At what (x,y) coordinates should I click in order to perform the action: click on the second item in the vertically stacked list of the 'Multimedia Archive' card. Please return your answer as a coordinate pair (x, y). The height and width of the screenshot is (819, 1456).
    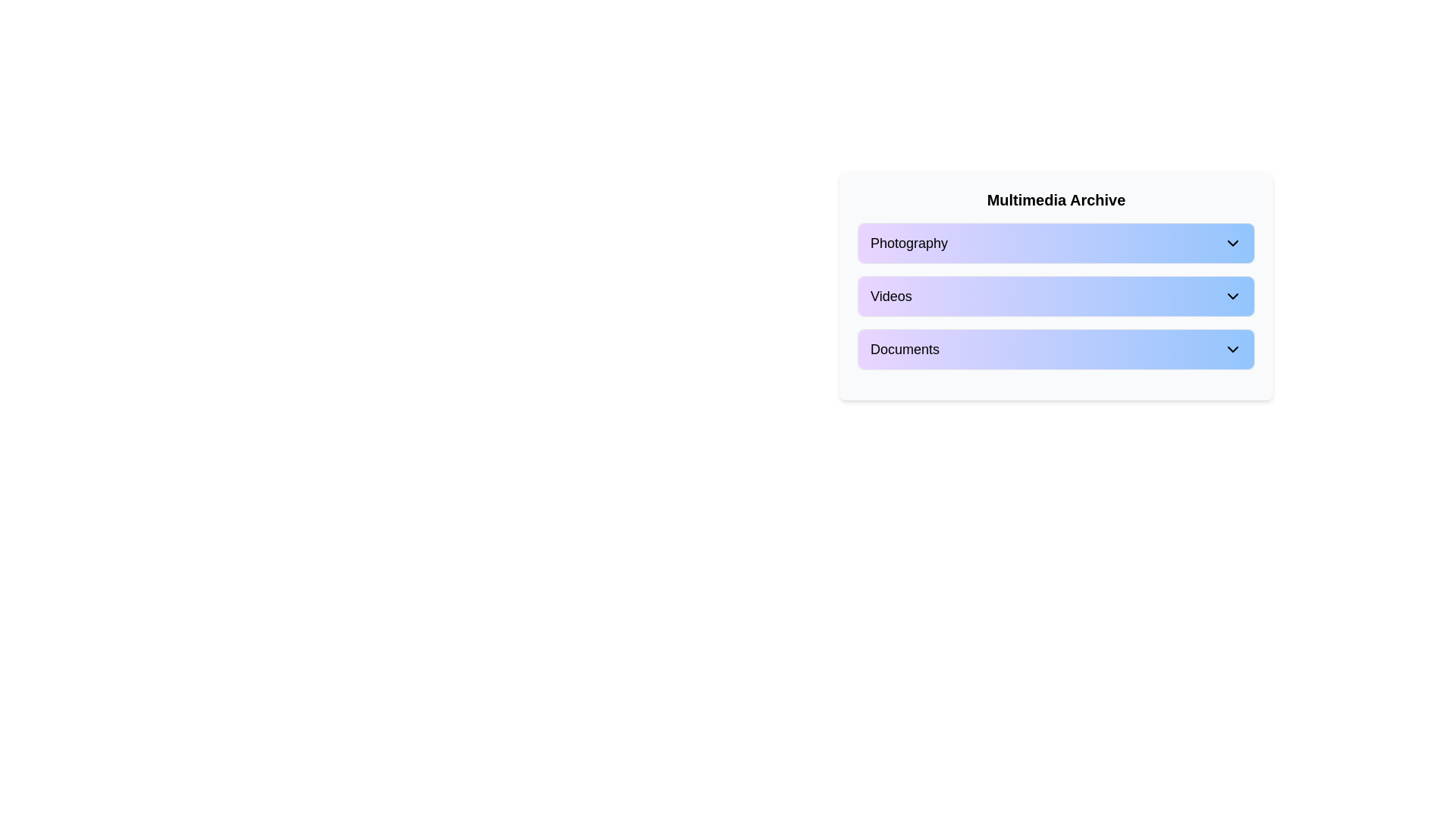
    Looking at the image, I should click on (1055, 288).